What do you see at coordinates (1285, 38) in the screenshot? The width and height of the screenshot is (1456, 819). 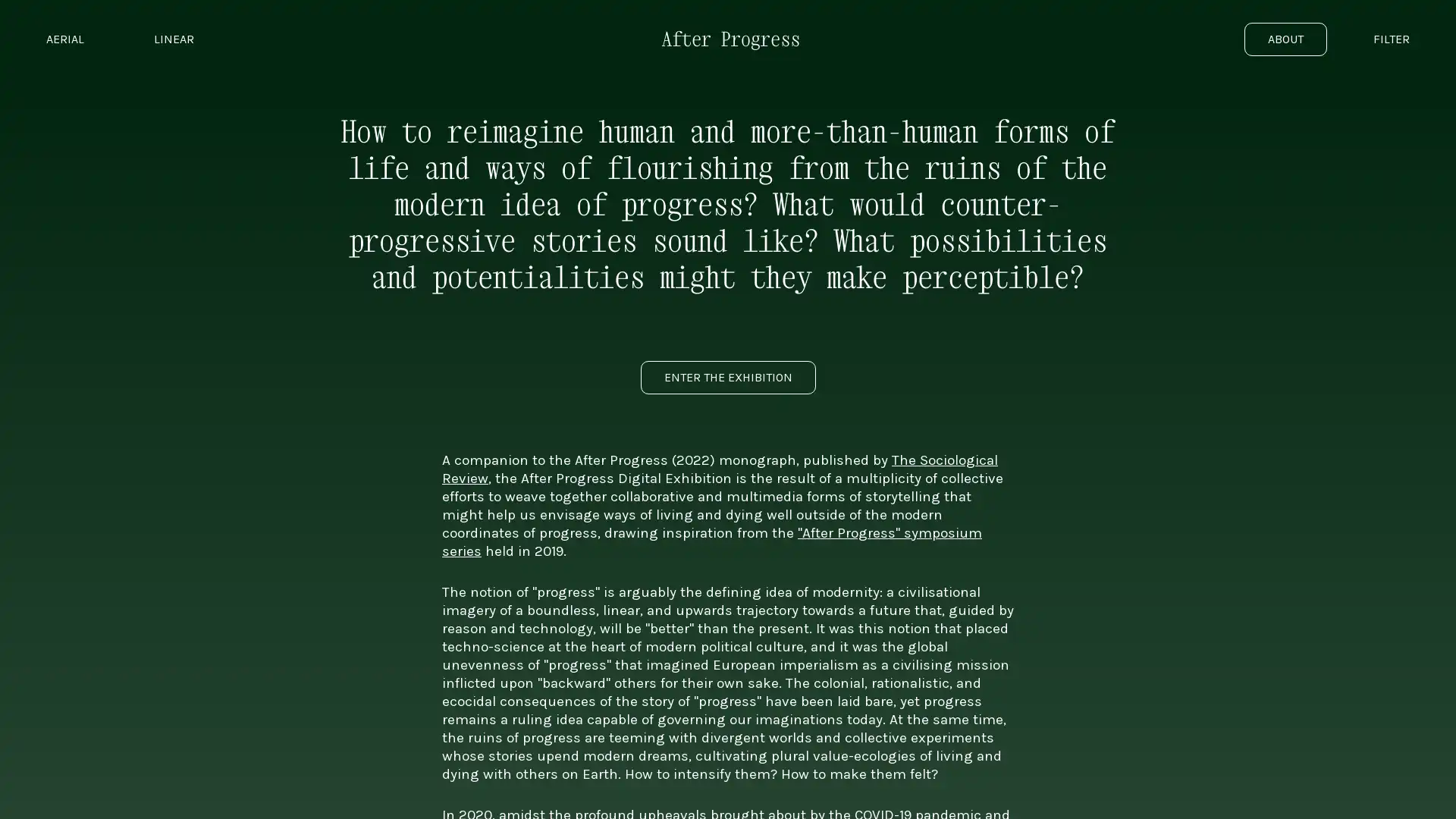 I see `ABOUT` at bounding box center [1285, 38].